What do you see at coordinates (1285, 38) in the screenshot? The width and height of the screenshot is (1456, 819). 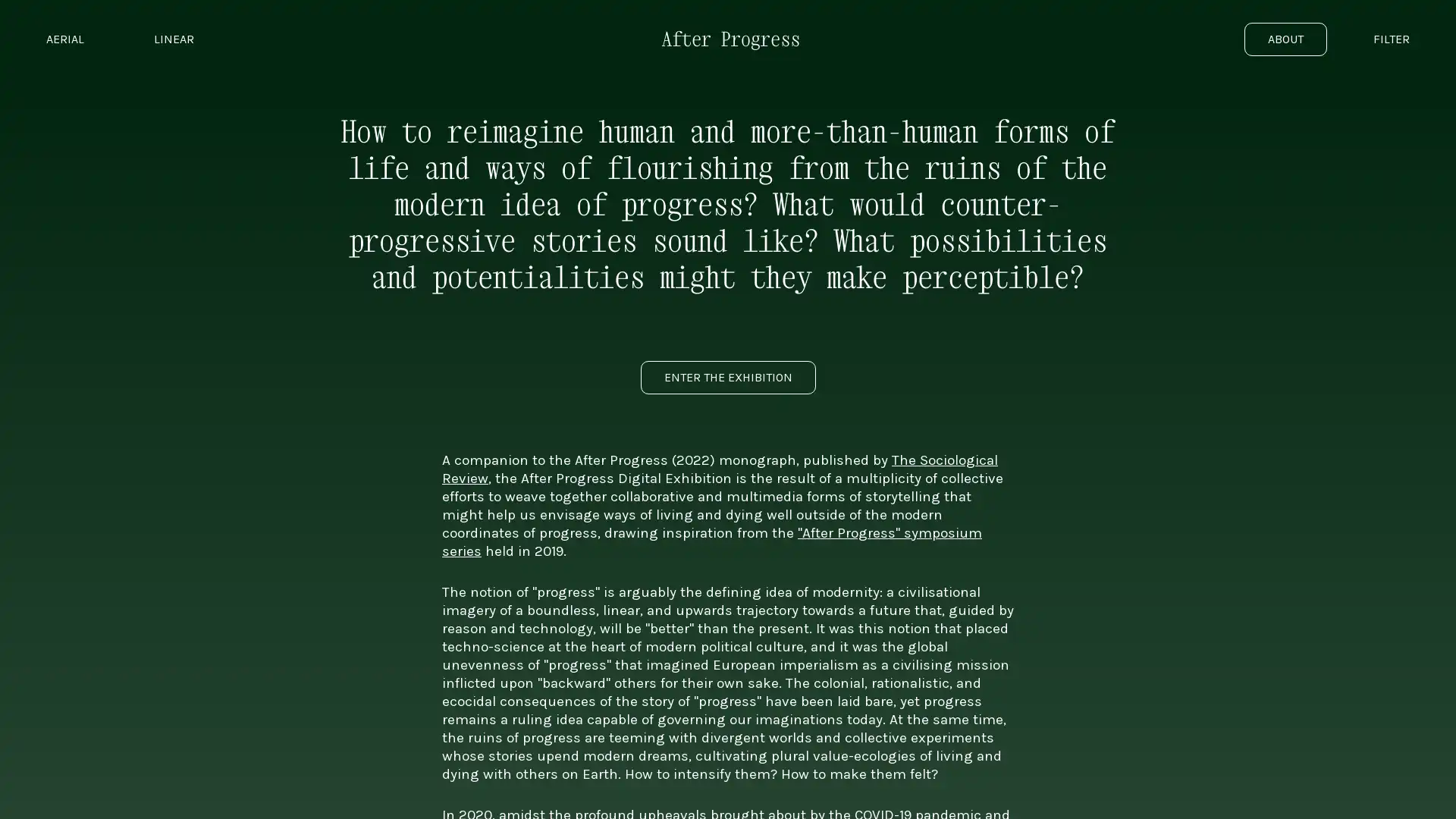 I see `ABOUT` at bounding box center [1285, 38].